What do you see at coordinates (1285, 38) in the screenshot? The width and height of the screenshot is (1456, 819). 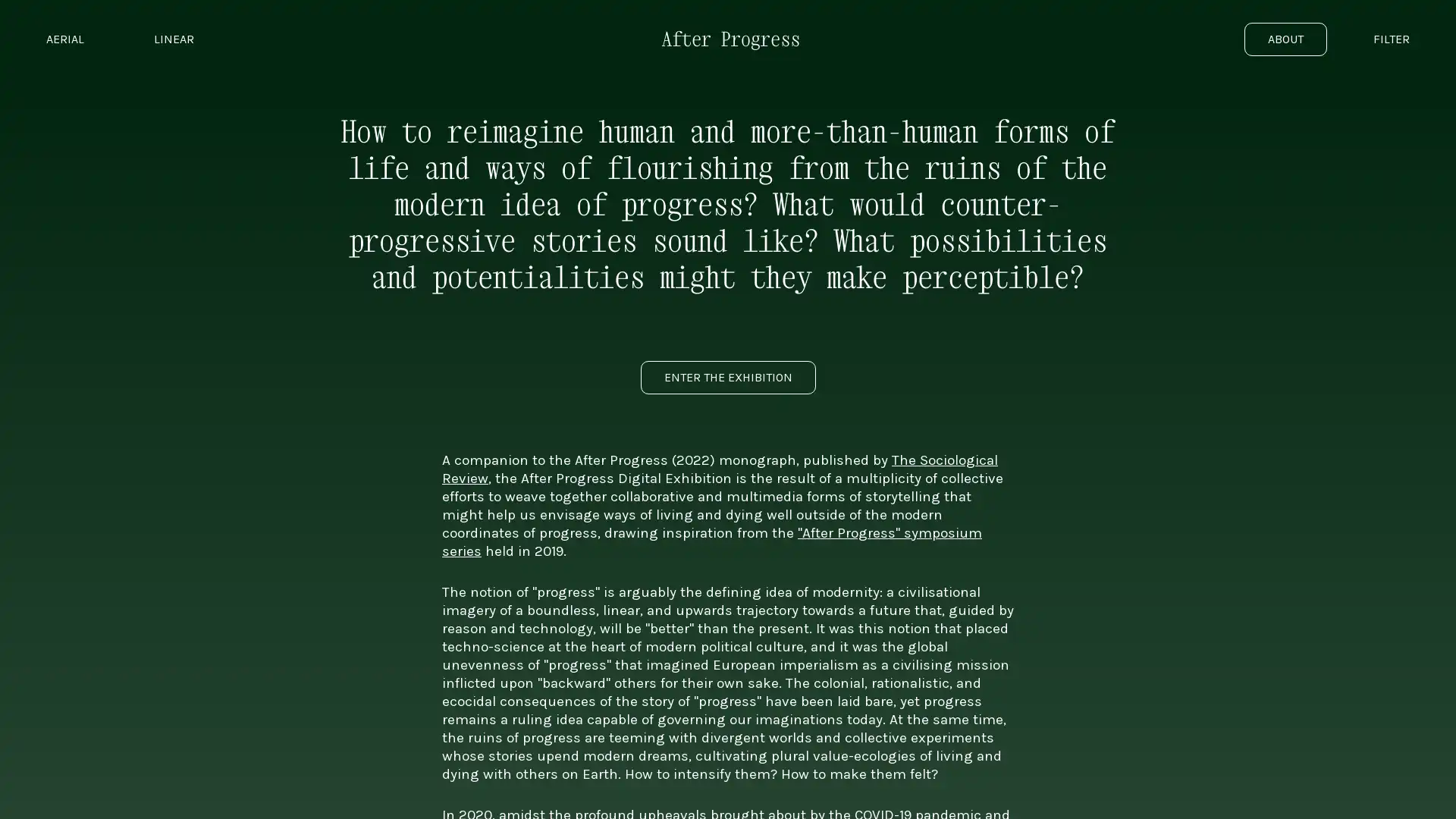 I see `ABOUT` at bounding box center [1285, 38].